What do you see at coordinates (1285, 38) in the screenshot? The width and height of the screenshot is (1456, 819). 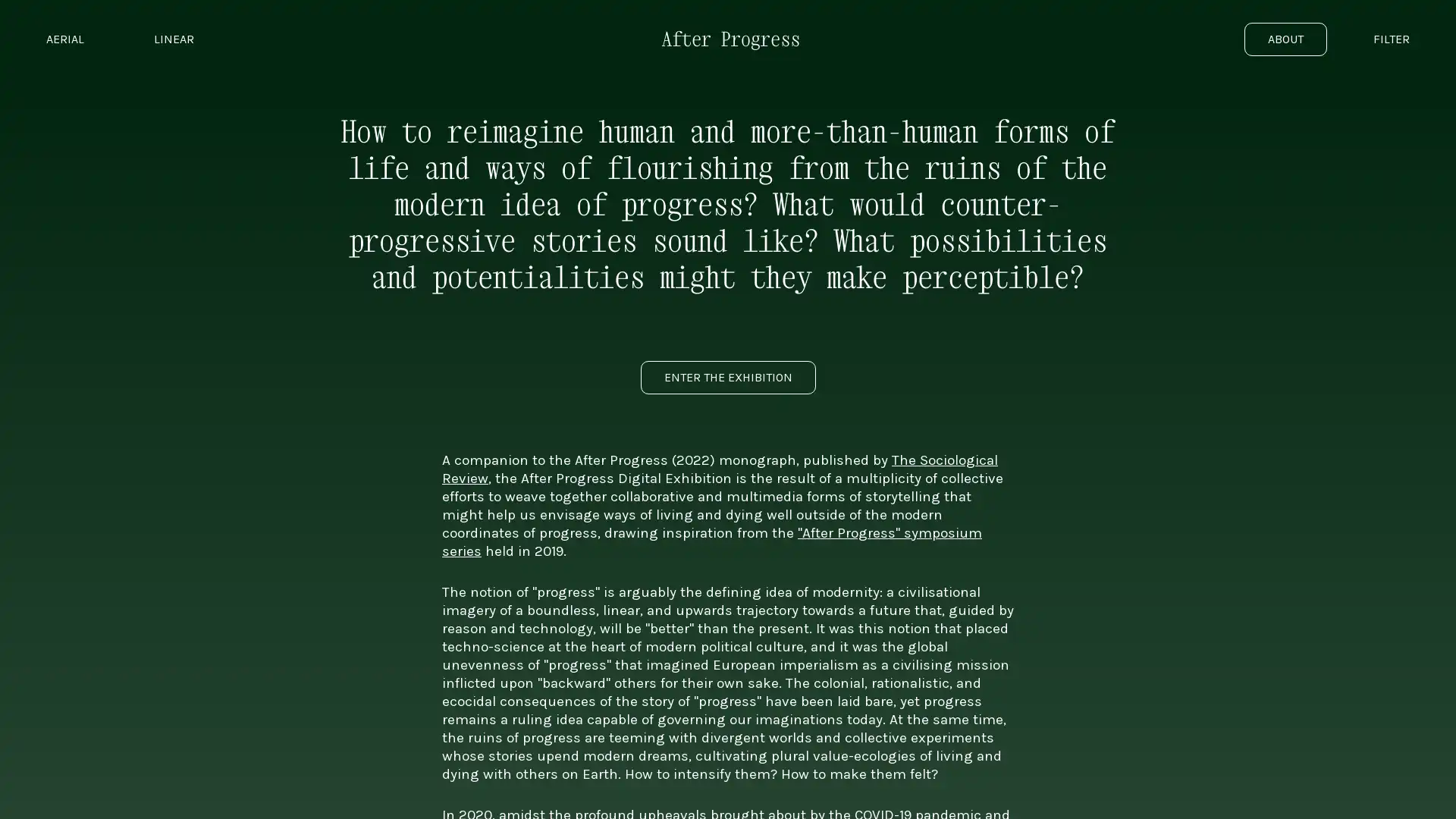 I see `ABOUT` at bounding box center [1285, 38].